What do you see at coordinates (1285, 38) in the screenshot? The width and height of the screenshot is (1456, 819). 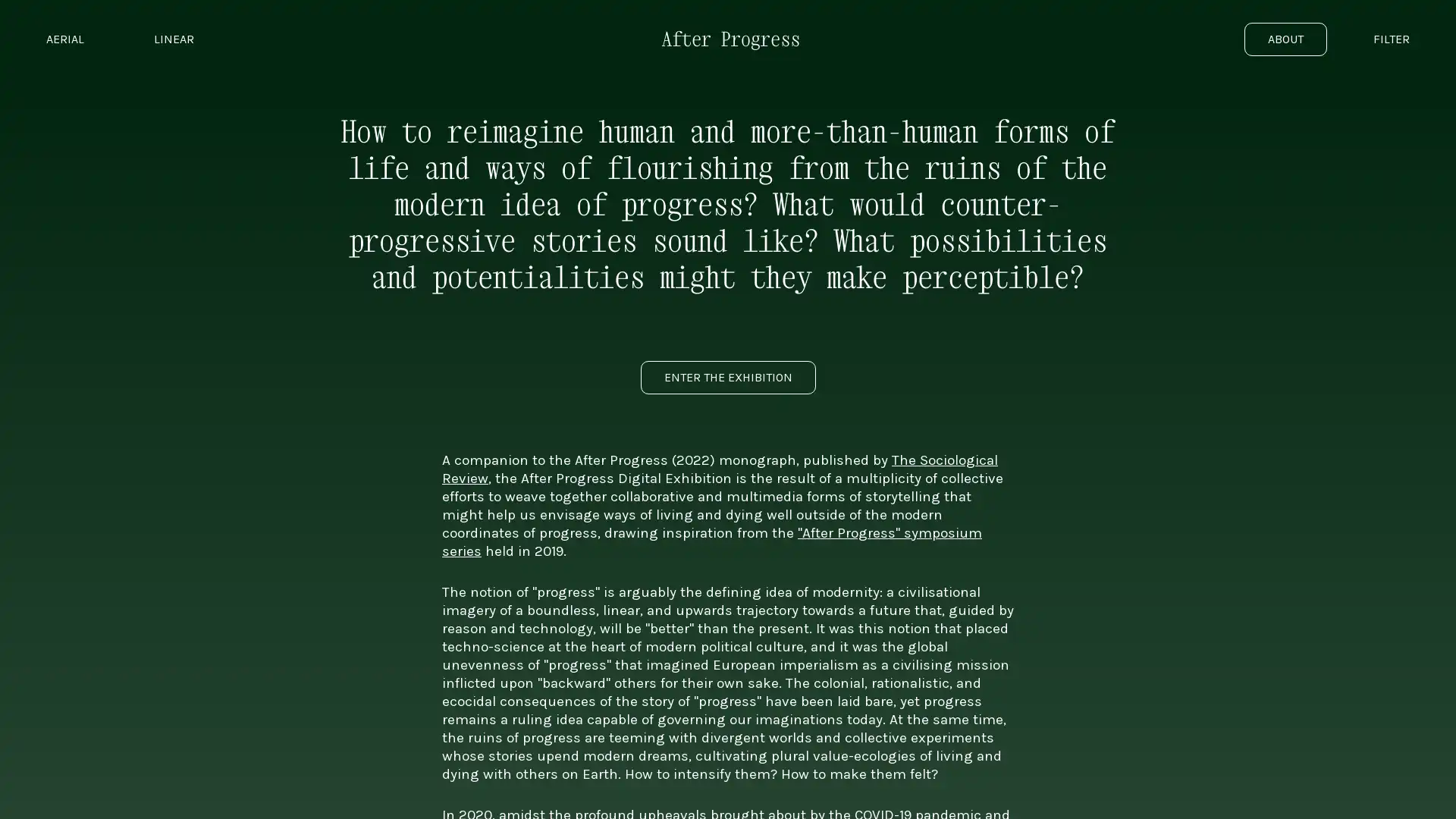 I see `ABOUT` at bounding box center [1285, 38].